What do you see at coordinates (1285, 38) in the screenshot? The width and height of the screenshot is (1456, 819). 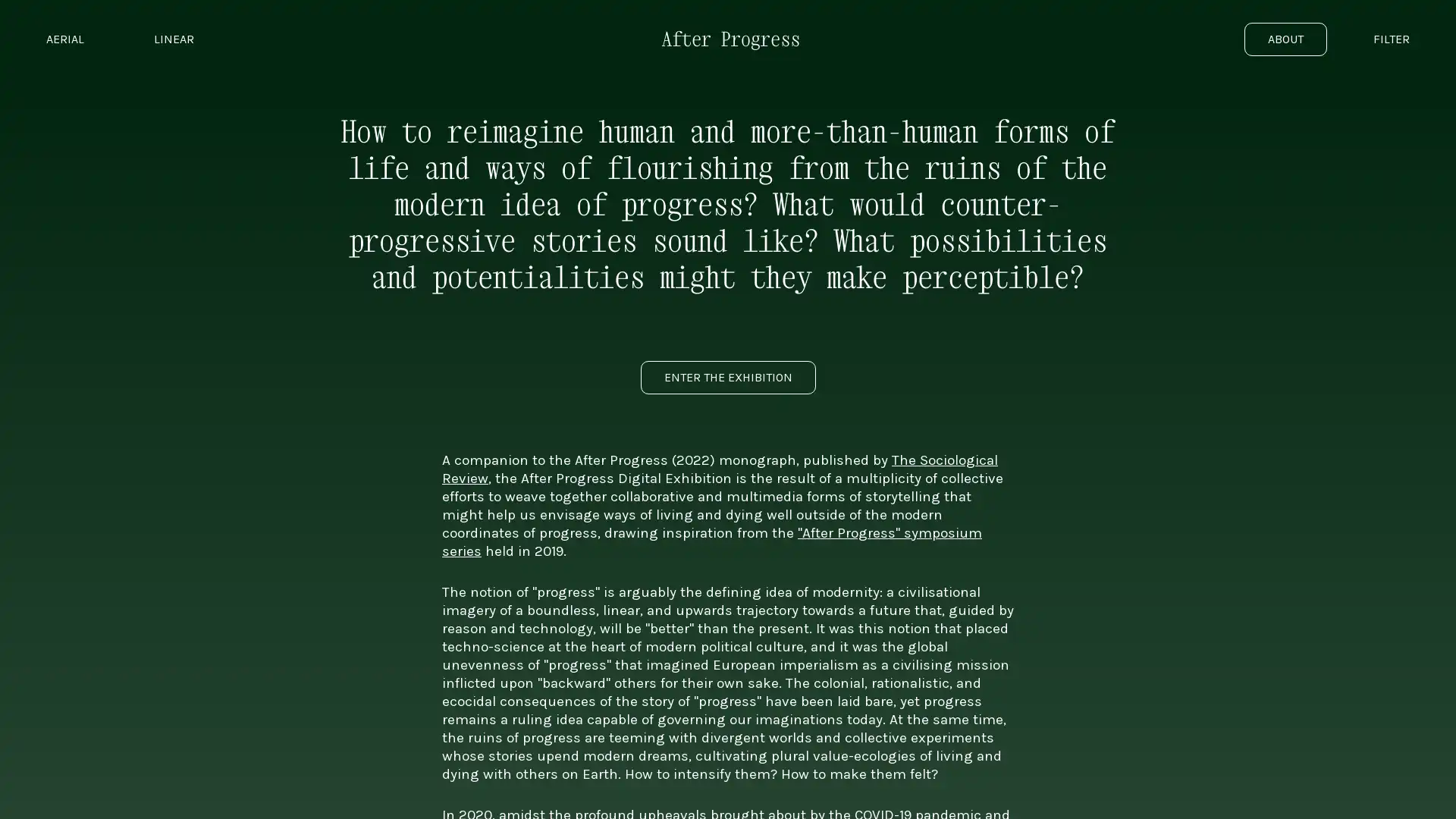 I see `ABOUT` at bounding box center [1285, 38].